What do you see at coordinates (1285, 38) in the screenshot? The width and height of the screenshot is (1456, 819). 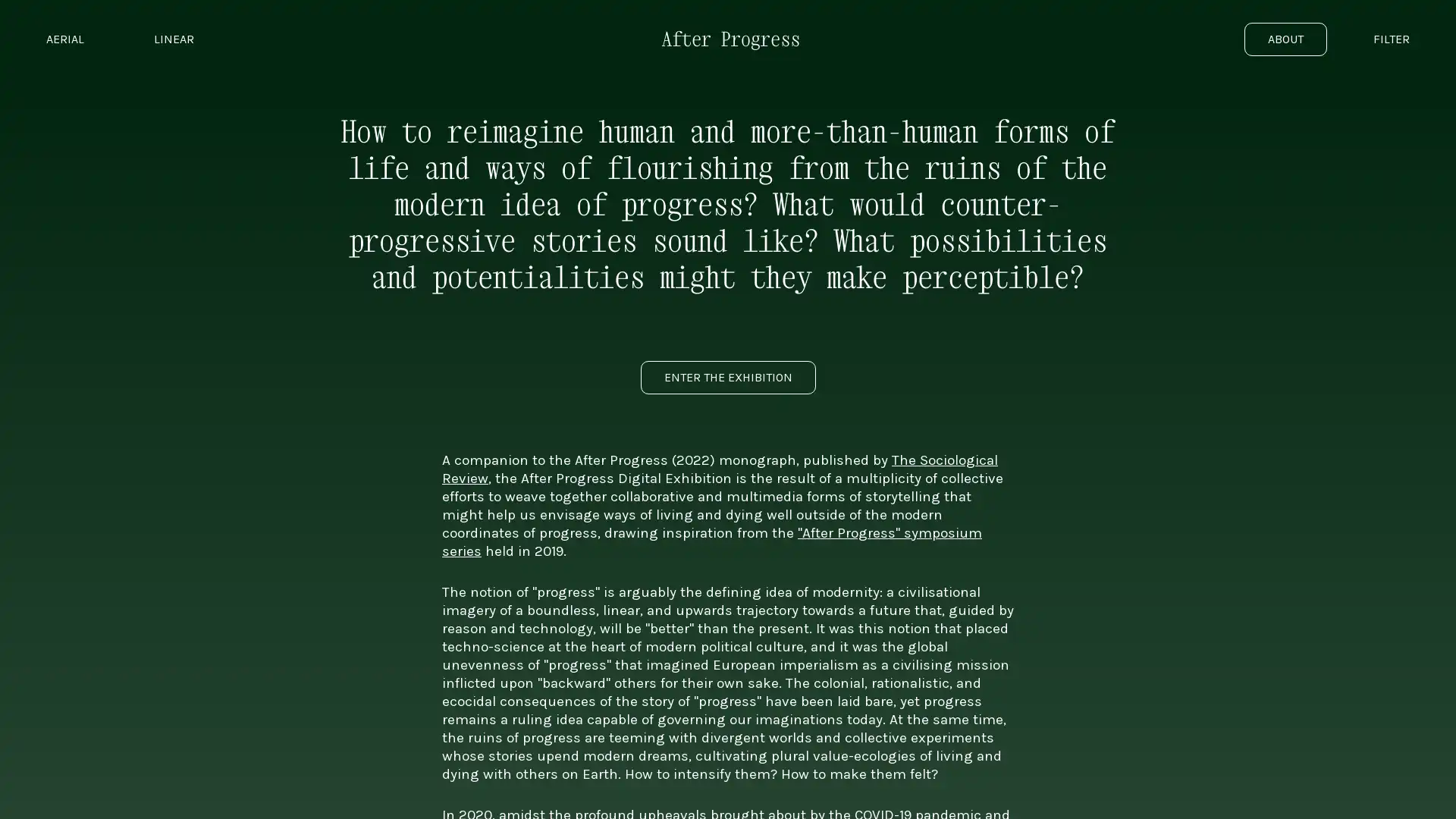 I see `ABOUT` at bounding box center [1285, 38].